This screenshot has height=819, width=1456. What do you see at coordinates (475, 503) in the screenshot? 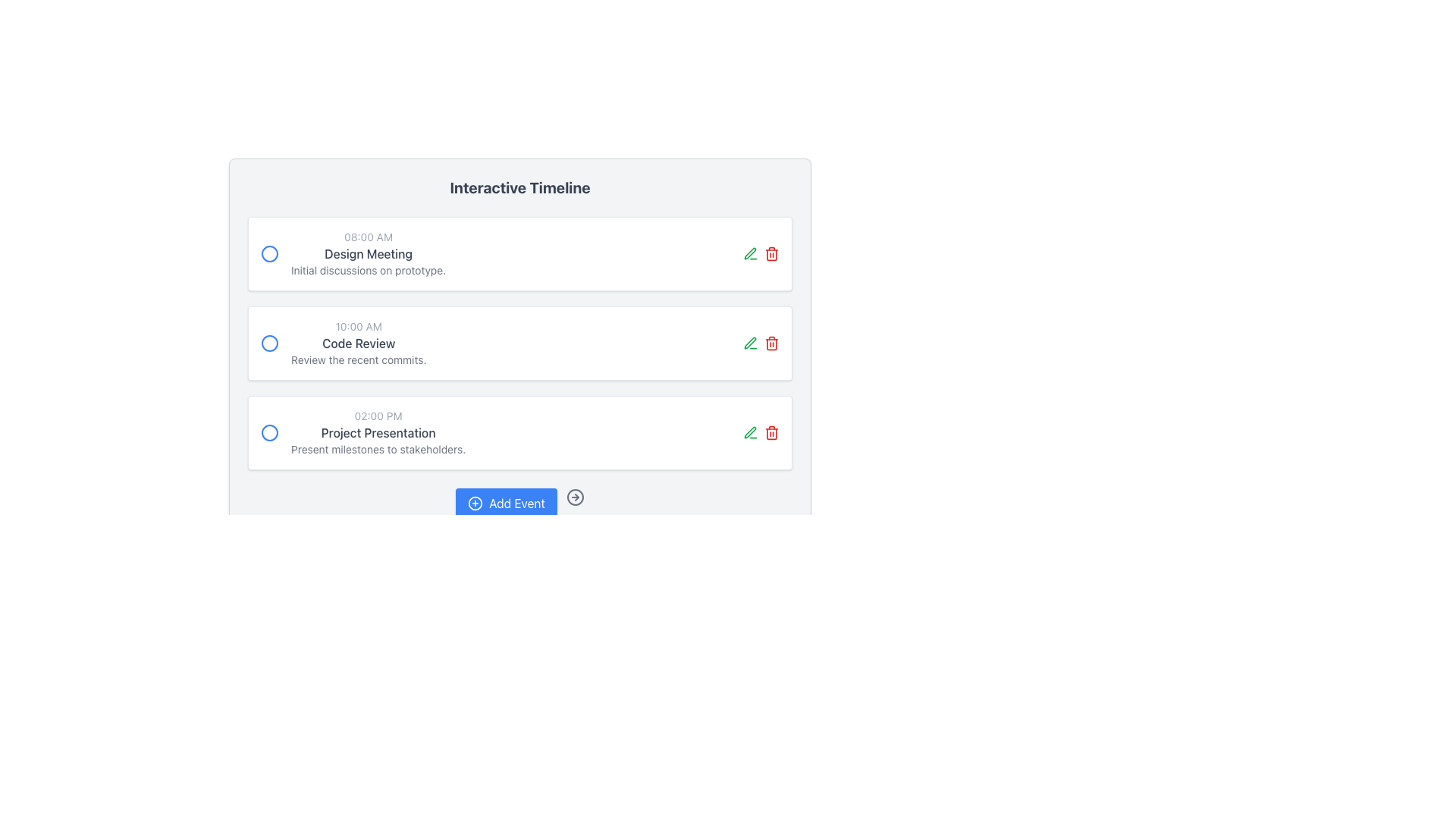
I see `the icon located on the left end of the blue 'Add Event' button, which signifies the action of adding a new event to the timeline` at bounding box center [475, 503].